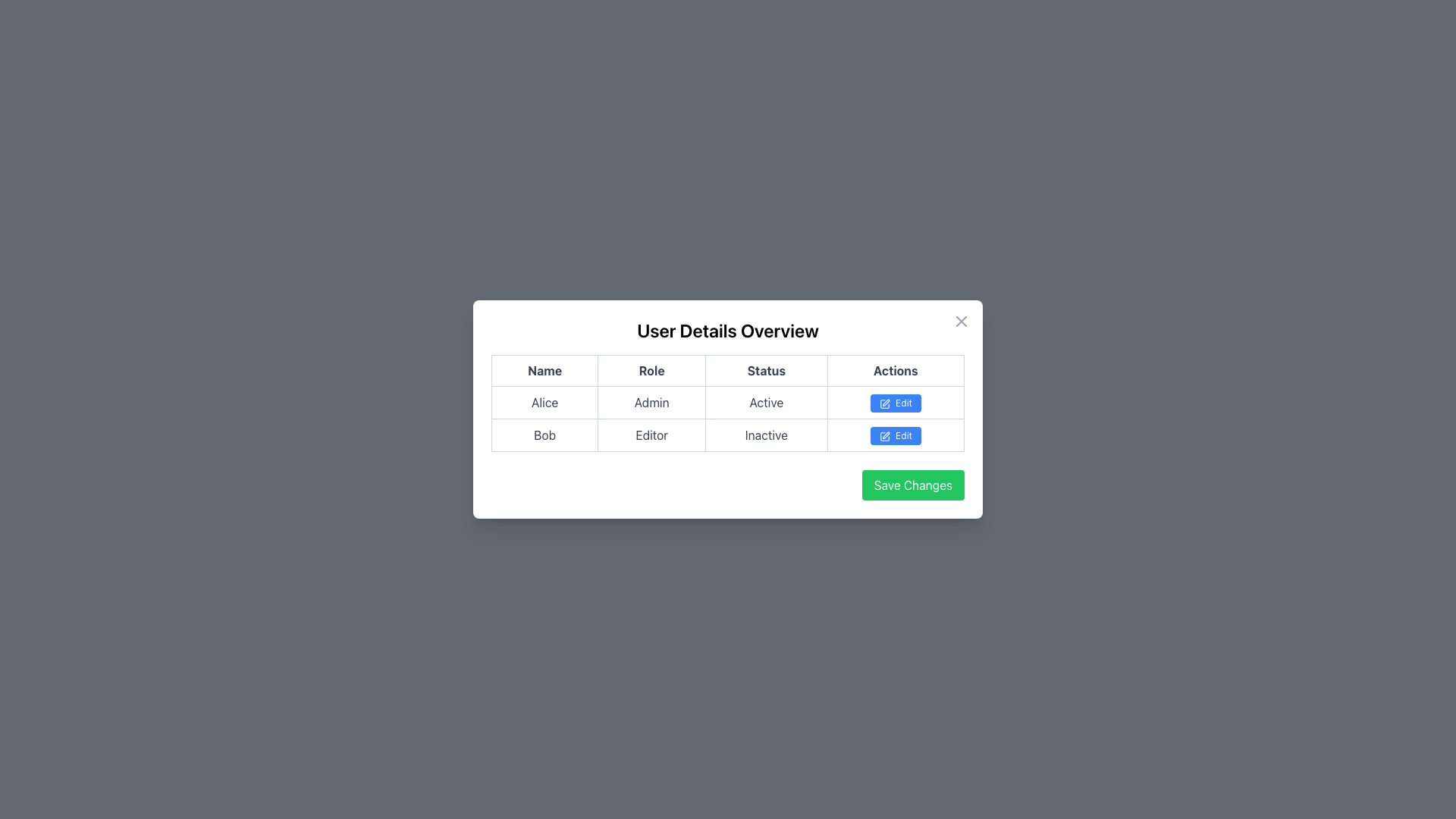 Image resolution: width=1456 pixels, height=819 pixels. Describe the element at coordinates (896, 435) in the screenshot. I see `the blue 'Edit' button with a pen icon in the 'Actions' column of the second row under the 'User Details Overview' section` at that location.